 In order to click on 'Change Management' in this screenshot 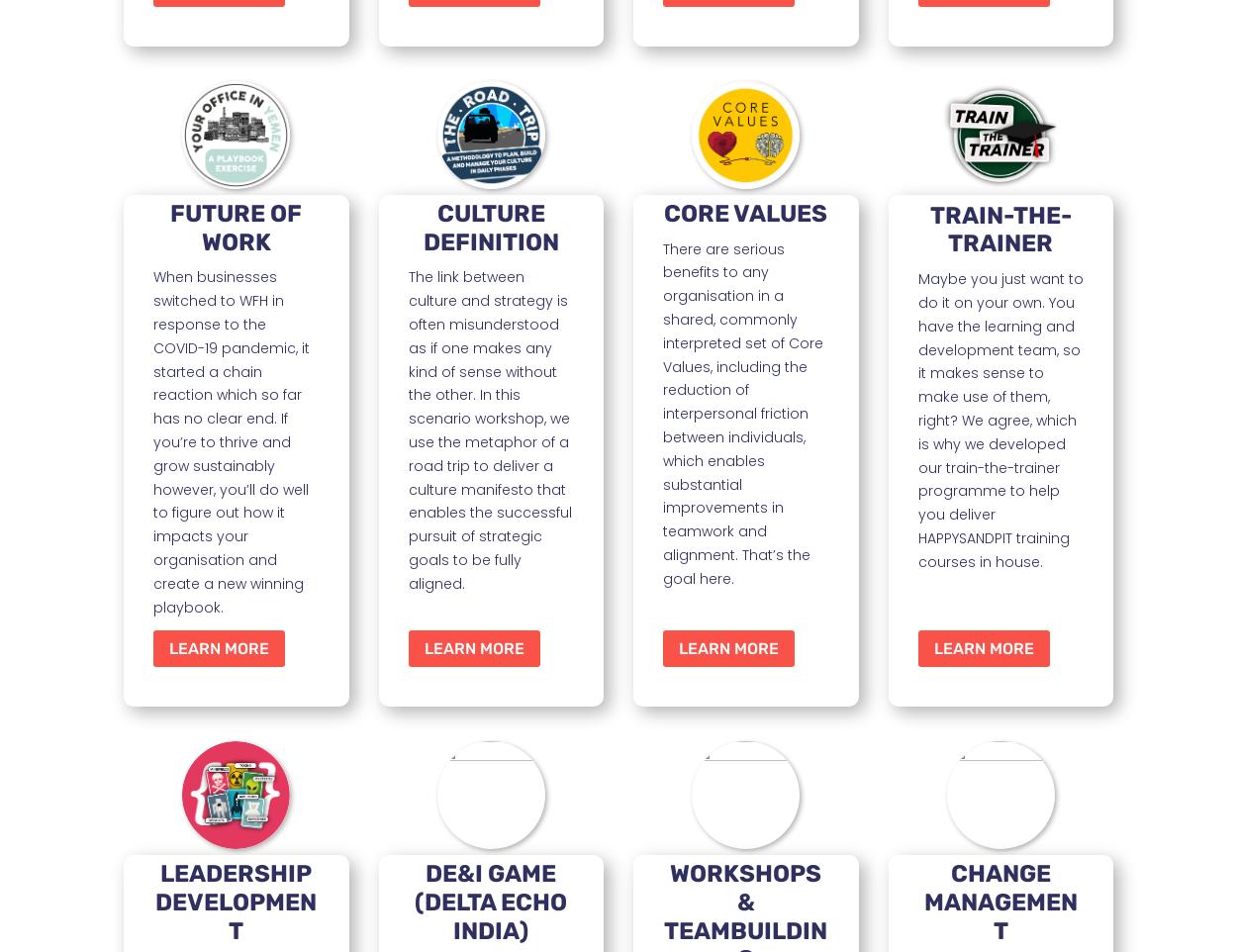, I will do `click(999, 901)`.